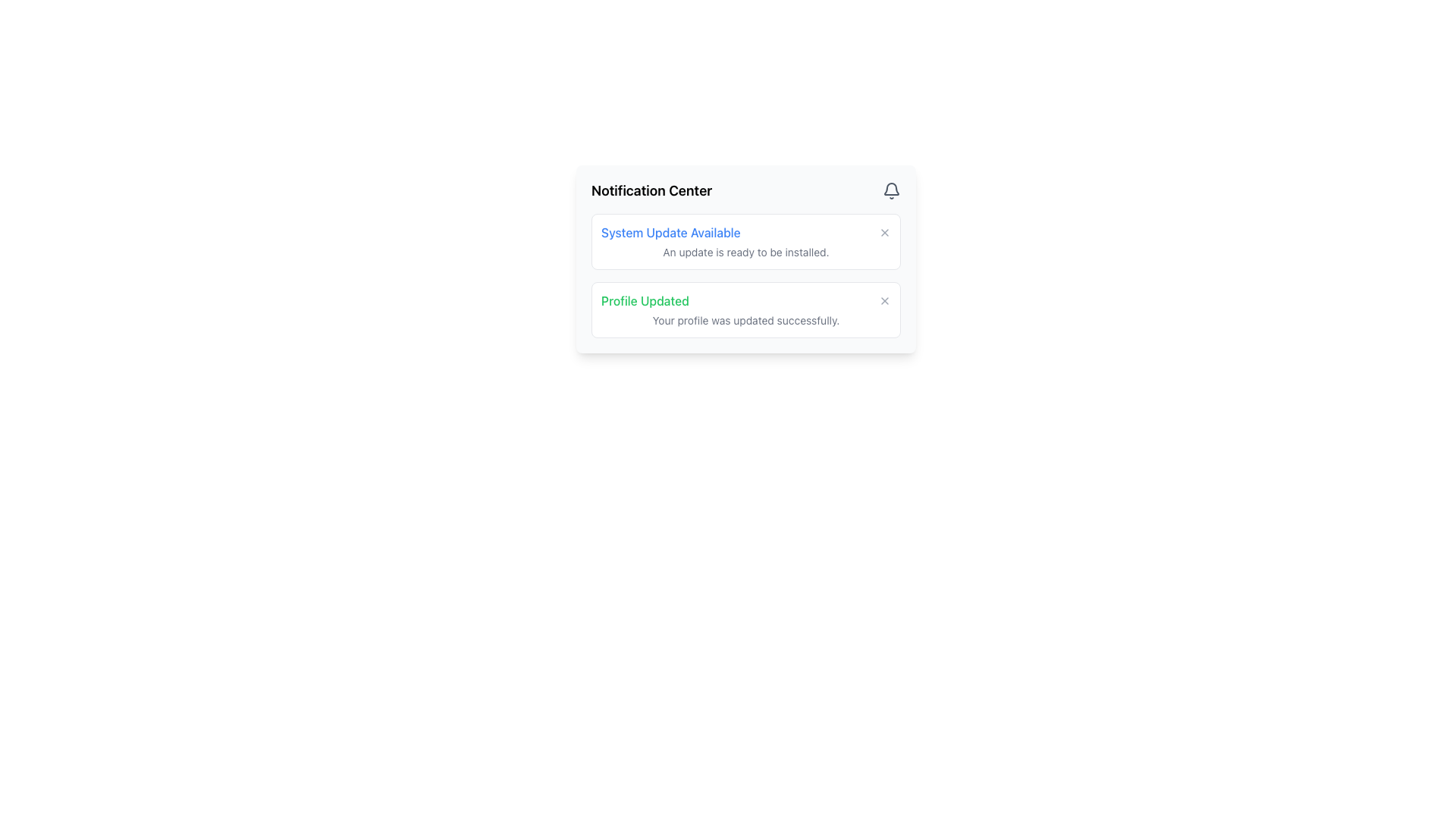  Describe the element at coordinates (884, 301) in the screenshot. I see `the dismiss button of the 'Profile Updated' notification to change its color to red` at that location.